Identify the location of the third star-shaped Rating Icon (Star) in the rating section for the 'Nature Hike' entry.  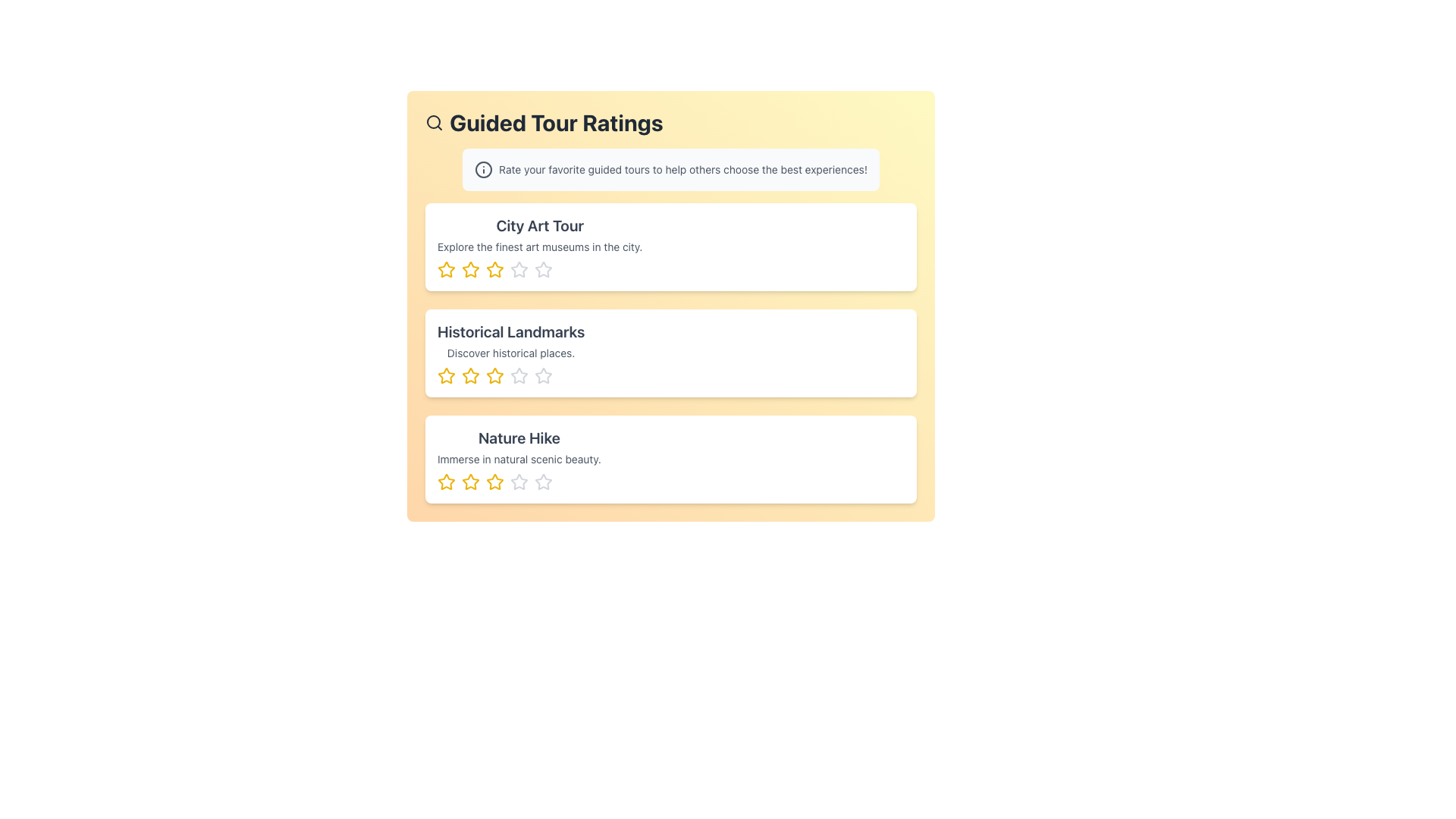
(469, 482).